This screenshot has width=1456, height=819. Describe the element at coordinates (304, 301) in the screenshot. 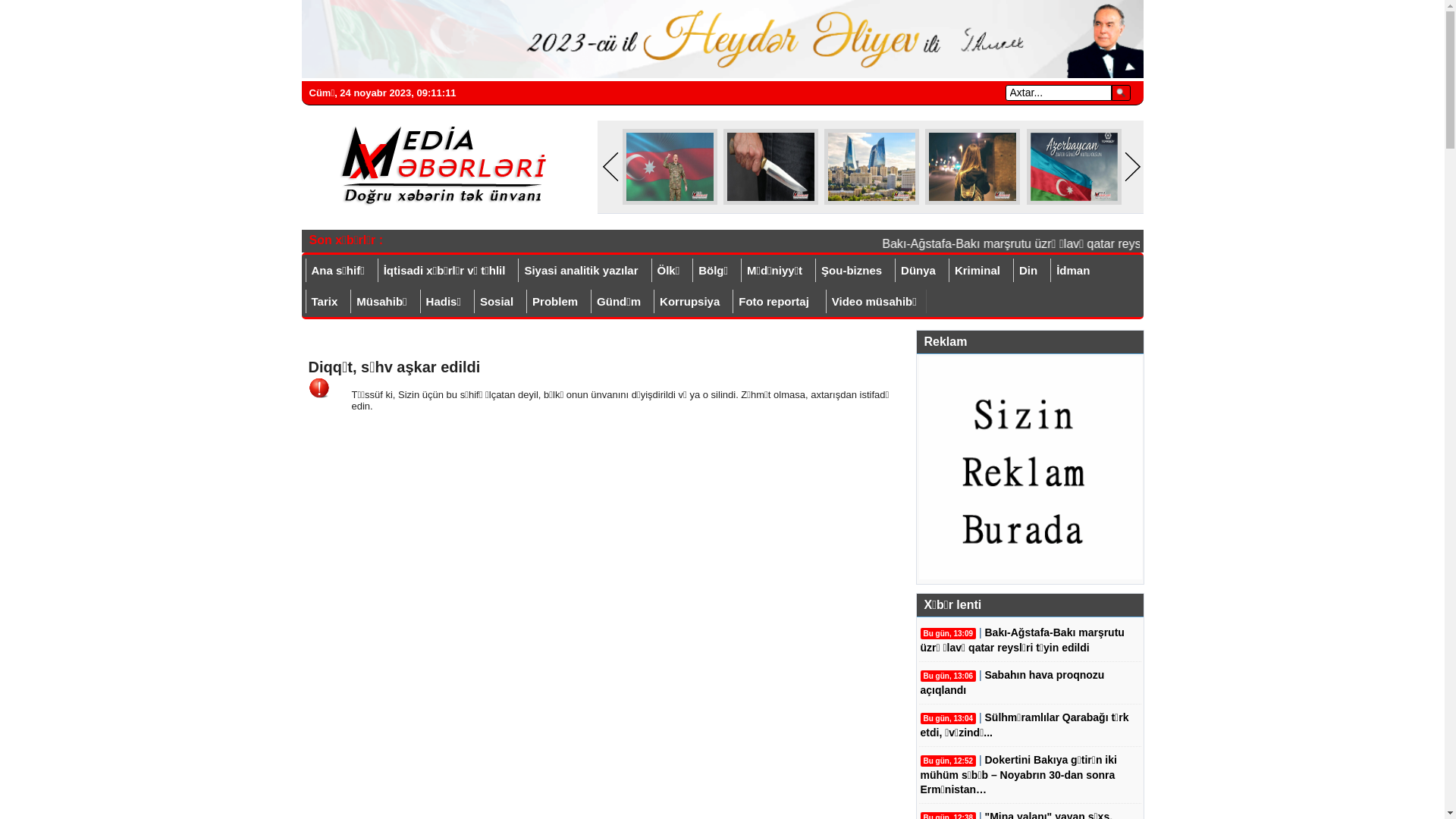

I see `'Tarix'` at that location.